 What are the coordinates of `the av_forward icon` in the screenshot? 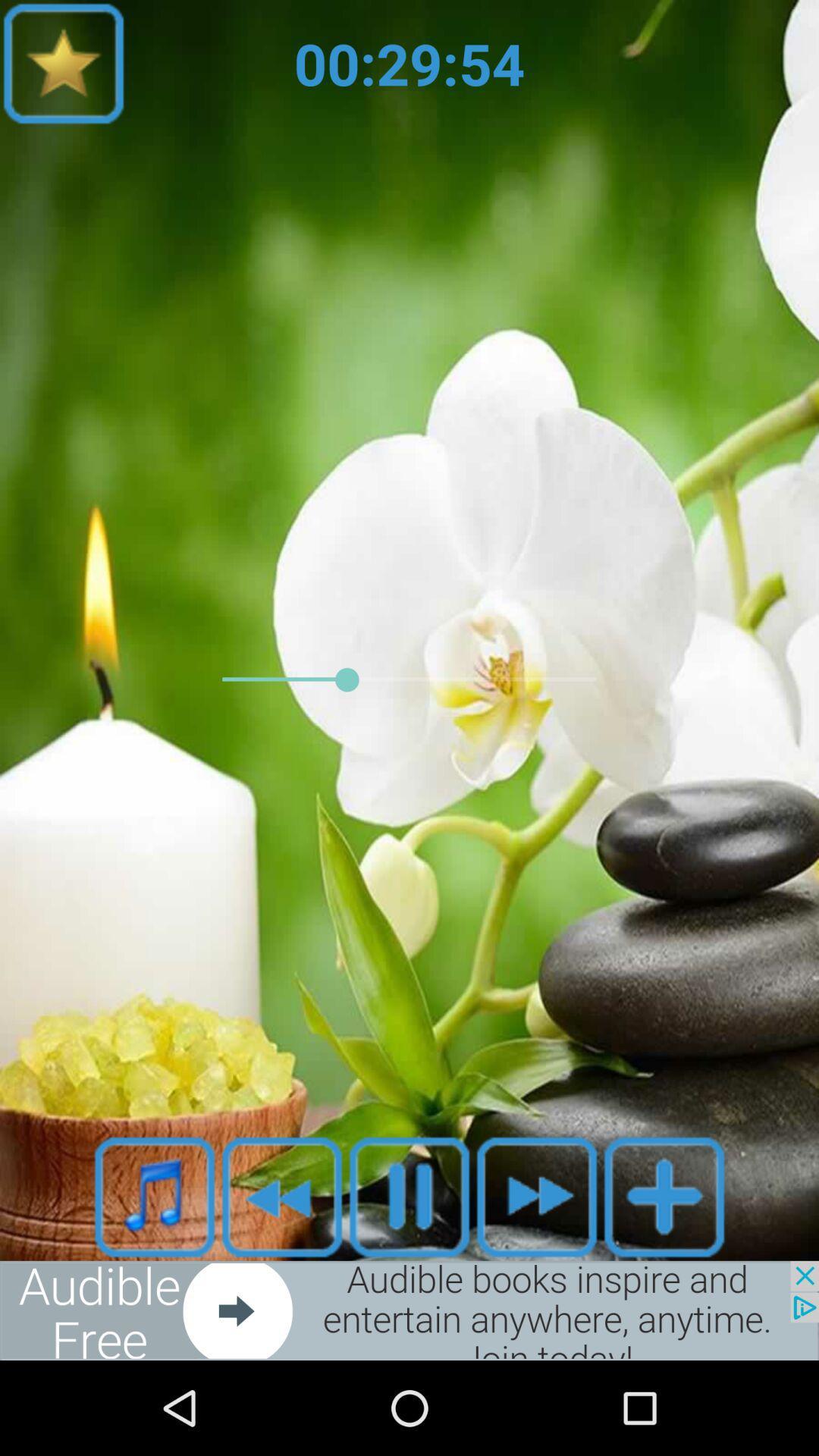 It's located at (536, 1196).